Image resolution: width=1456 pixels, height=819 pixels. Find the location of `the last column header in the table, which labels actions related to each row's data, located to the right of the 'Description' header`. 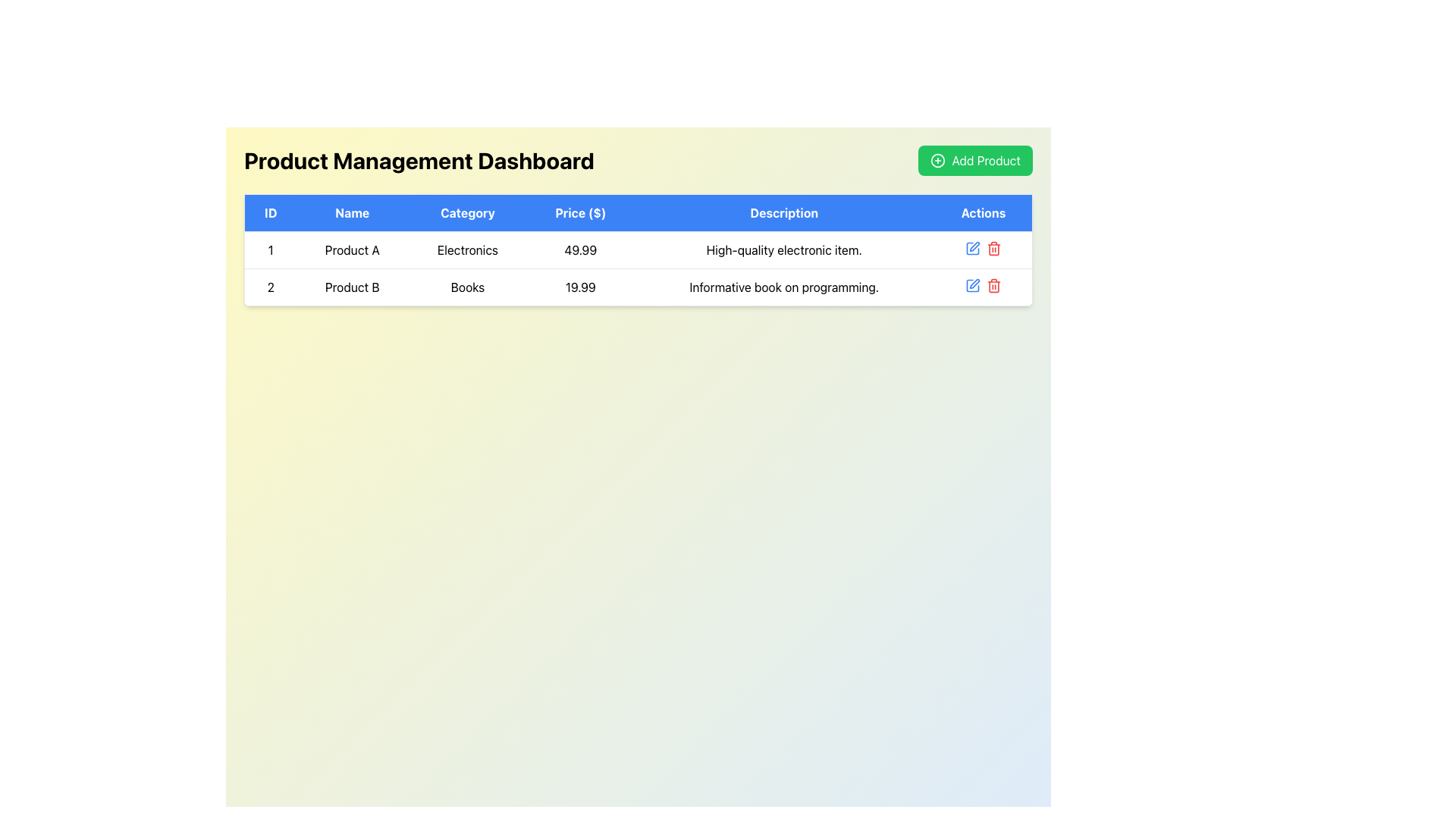

the last column header in the table, which labels actions related to each row's data, located to the right of the 'Description' header is located at coordinates (984, 213).